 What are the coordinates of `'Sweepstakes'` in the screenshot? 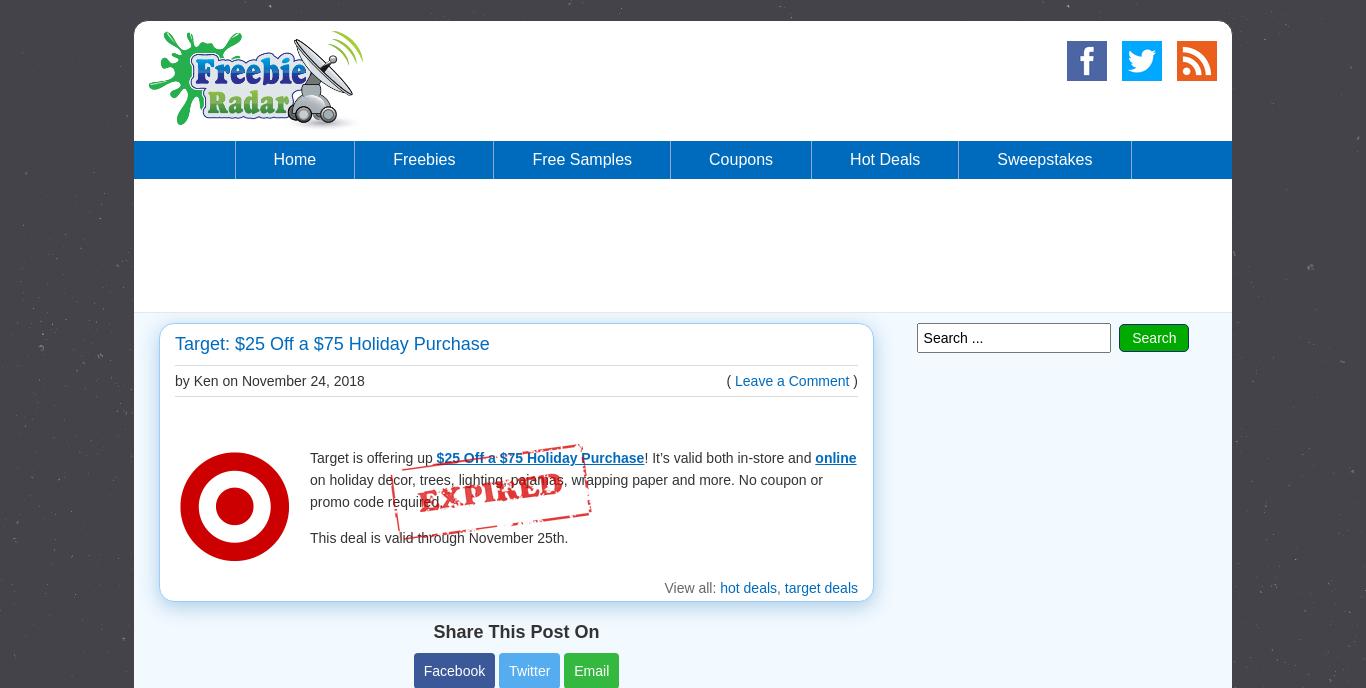 It's located at (997, 158).